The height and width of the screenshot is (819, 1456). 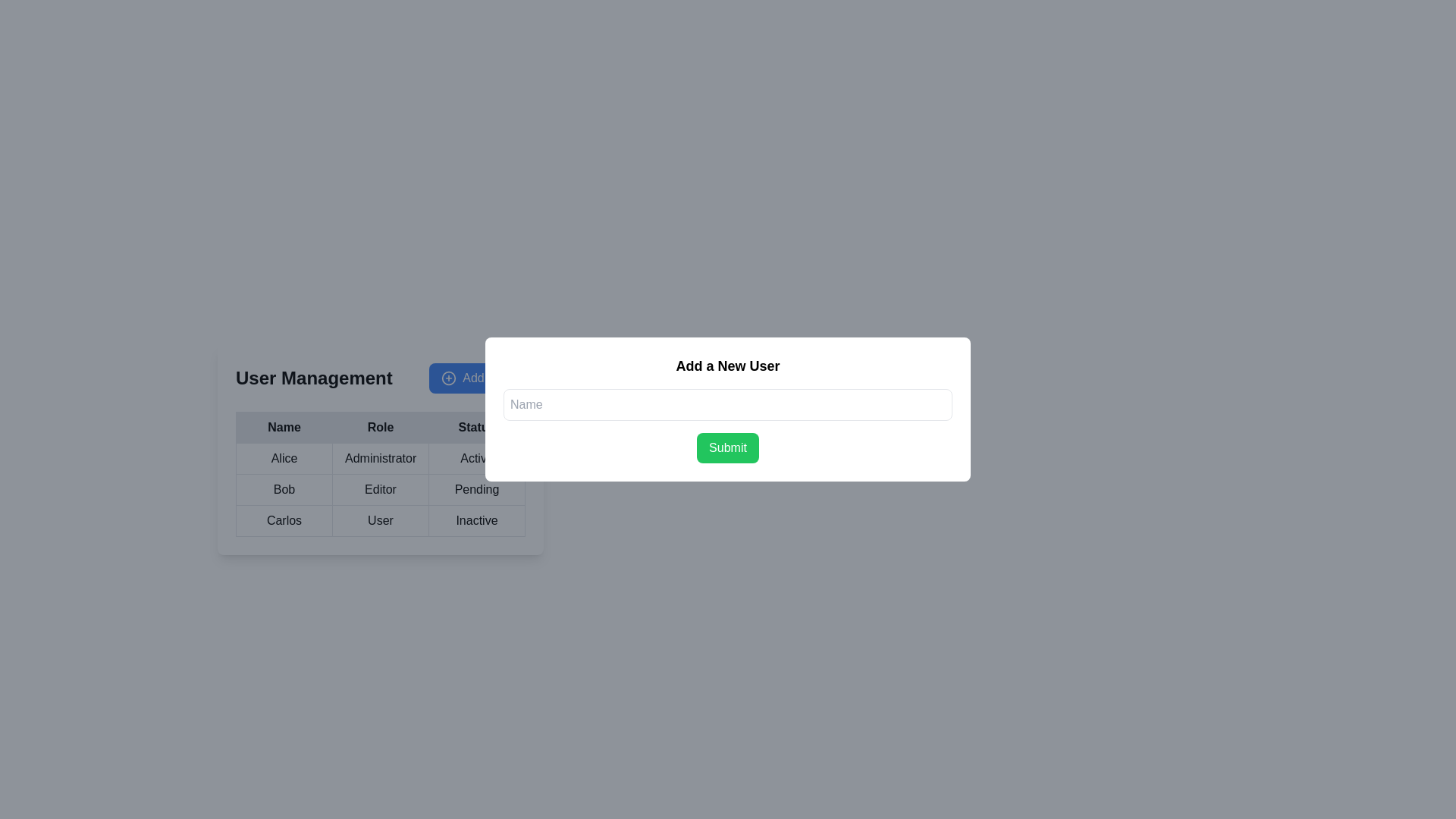 What do you see at coordinates (381, 489) in the screenshot?
I see `the non-interactive text element displaying the role associated with the user named 'Bob' in the second row and second column of the table` at bounding box center [381, 489].